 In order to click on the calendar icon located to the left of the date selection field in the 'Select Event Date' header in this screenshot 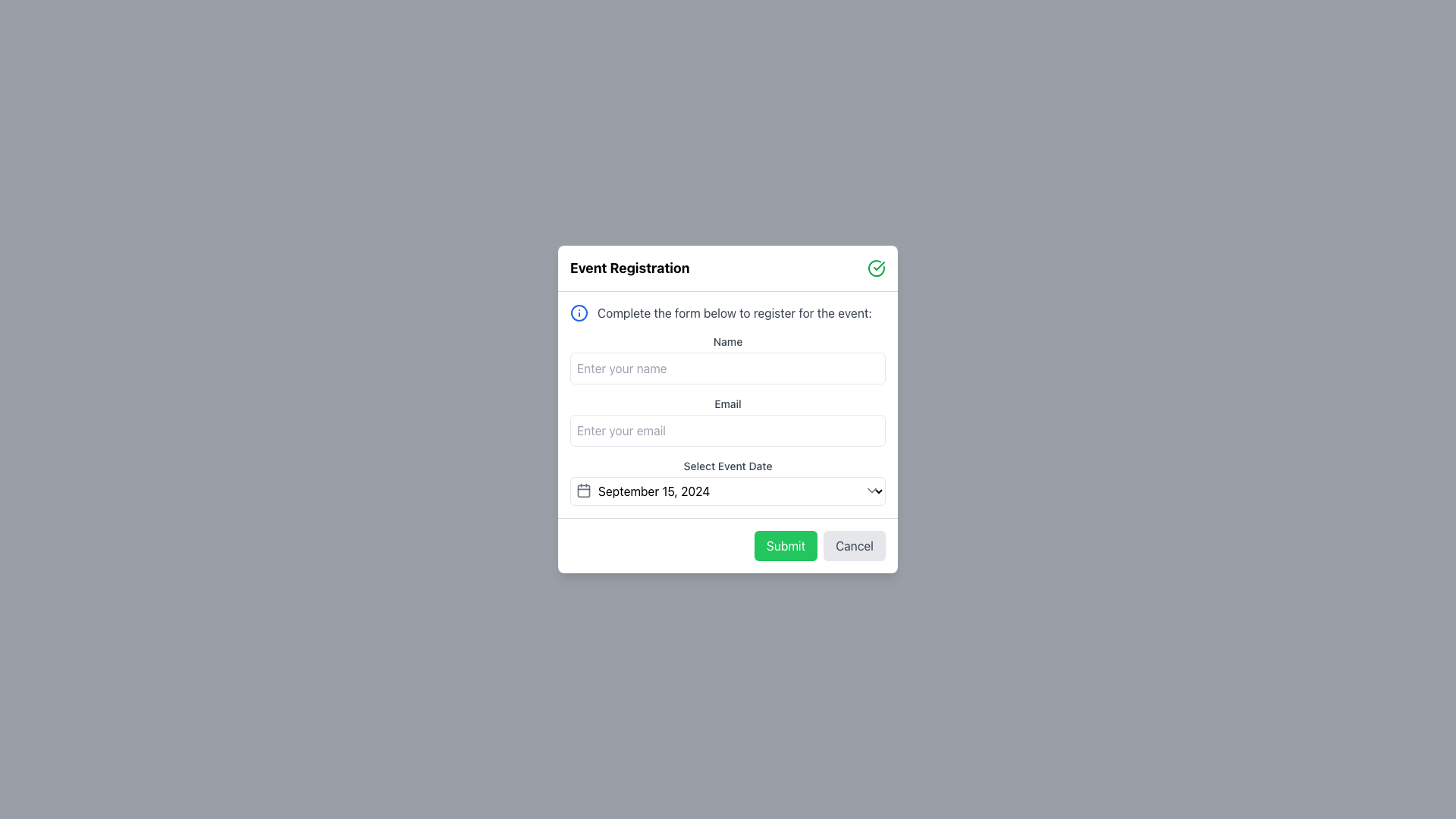, I will do `click(582, 491)`.